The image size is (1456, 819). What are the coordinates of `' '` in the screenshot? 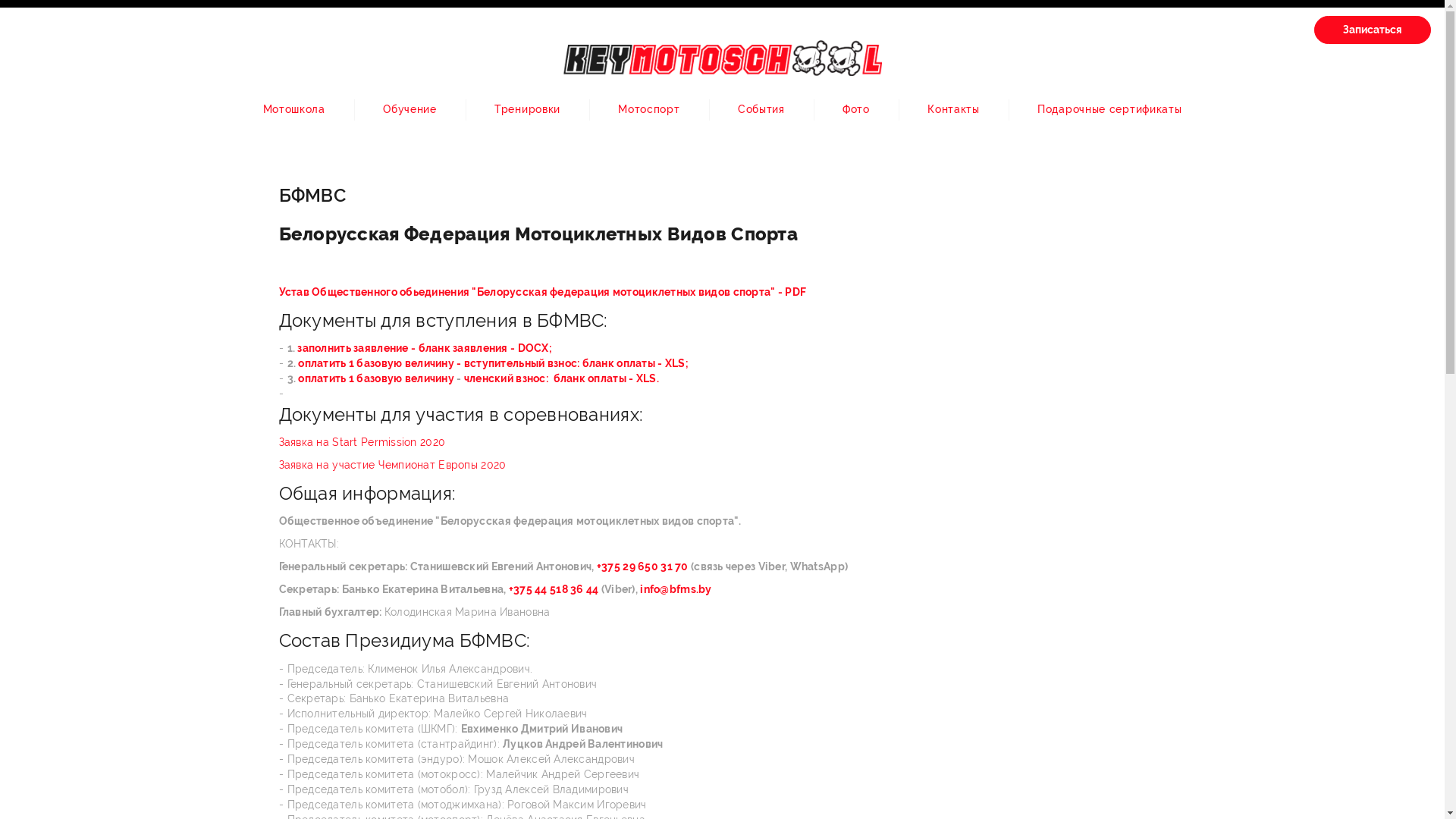 It's located at (637, 588).